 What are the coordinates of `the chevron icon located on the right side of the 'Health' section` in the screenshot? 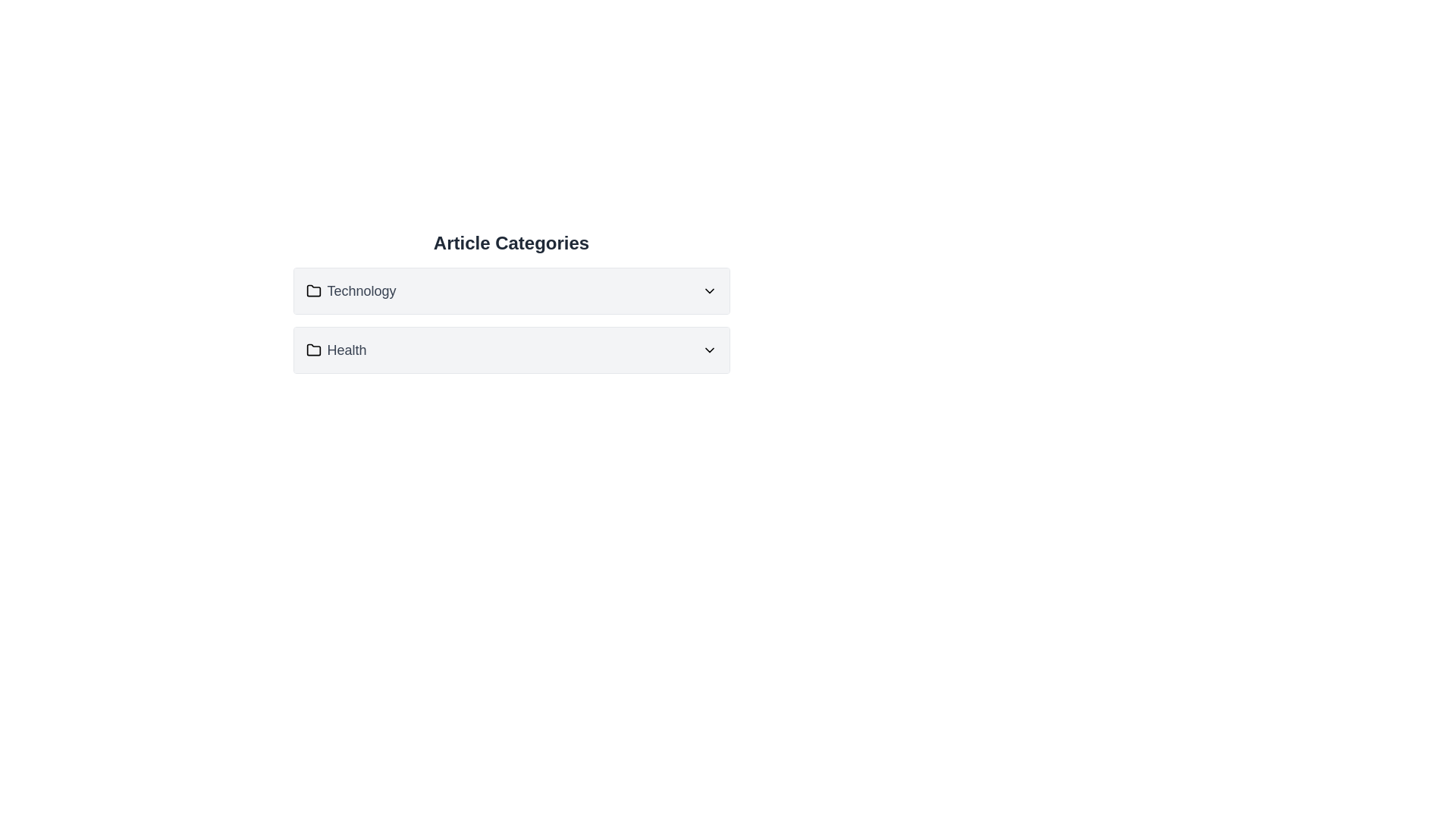 It's located at (708, 350).